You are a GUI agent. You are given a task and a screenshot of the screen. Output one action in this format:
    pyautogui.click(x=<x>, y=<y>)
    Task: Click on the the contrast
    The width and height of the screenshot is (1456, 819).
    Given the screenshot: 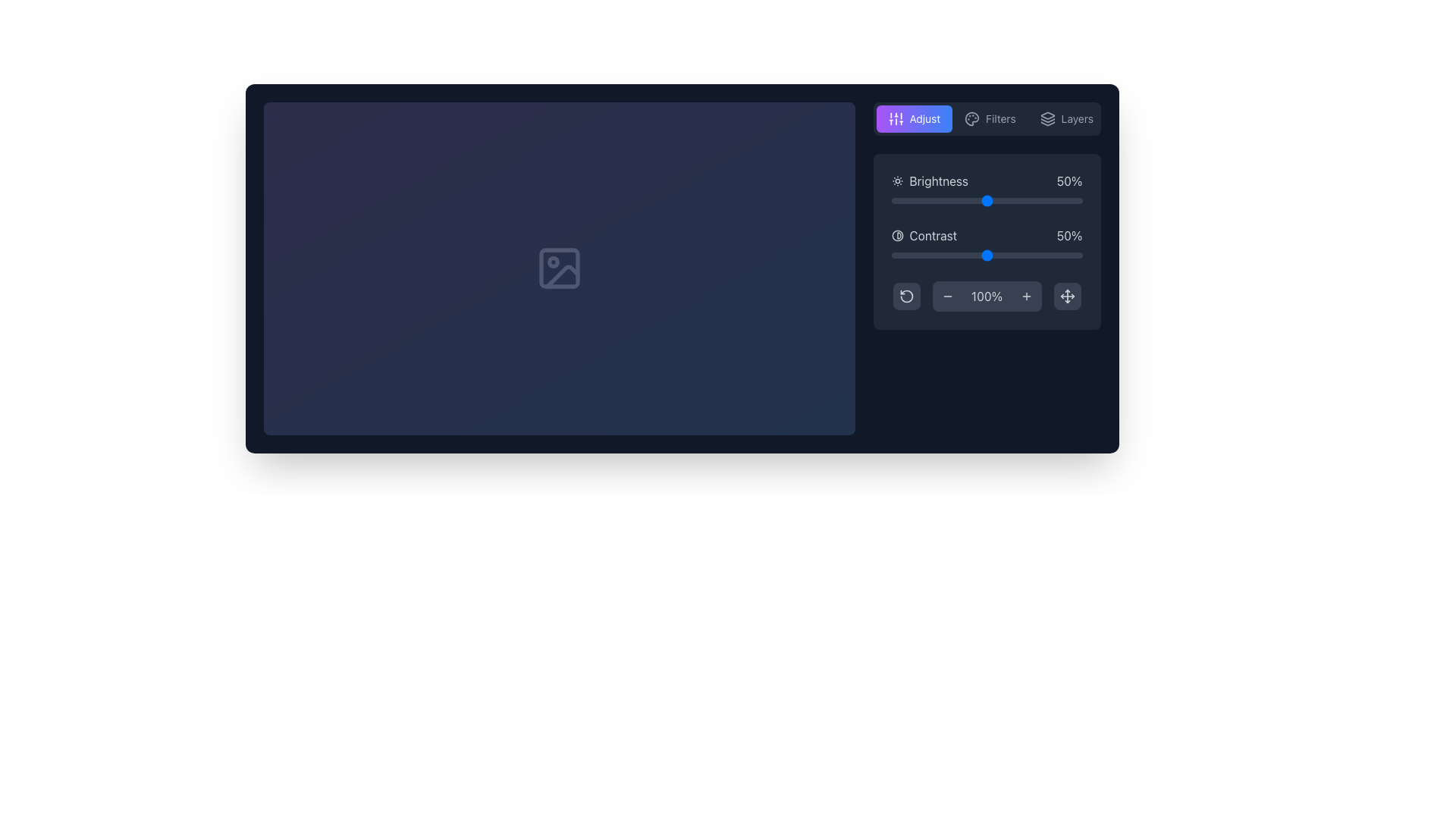 What is the action you would take?
    pyautogui.click(x=927, y=254)
    